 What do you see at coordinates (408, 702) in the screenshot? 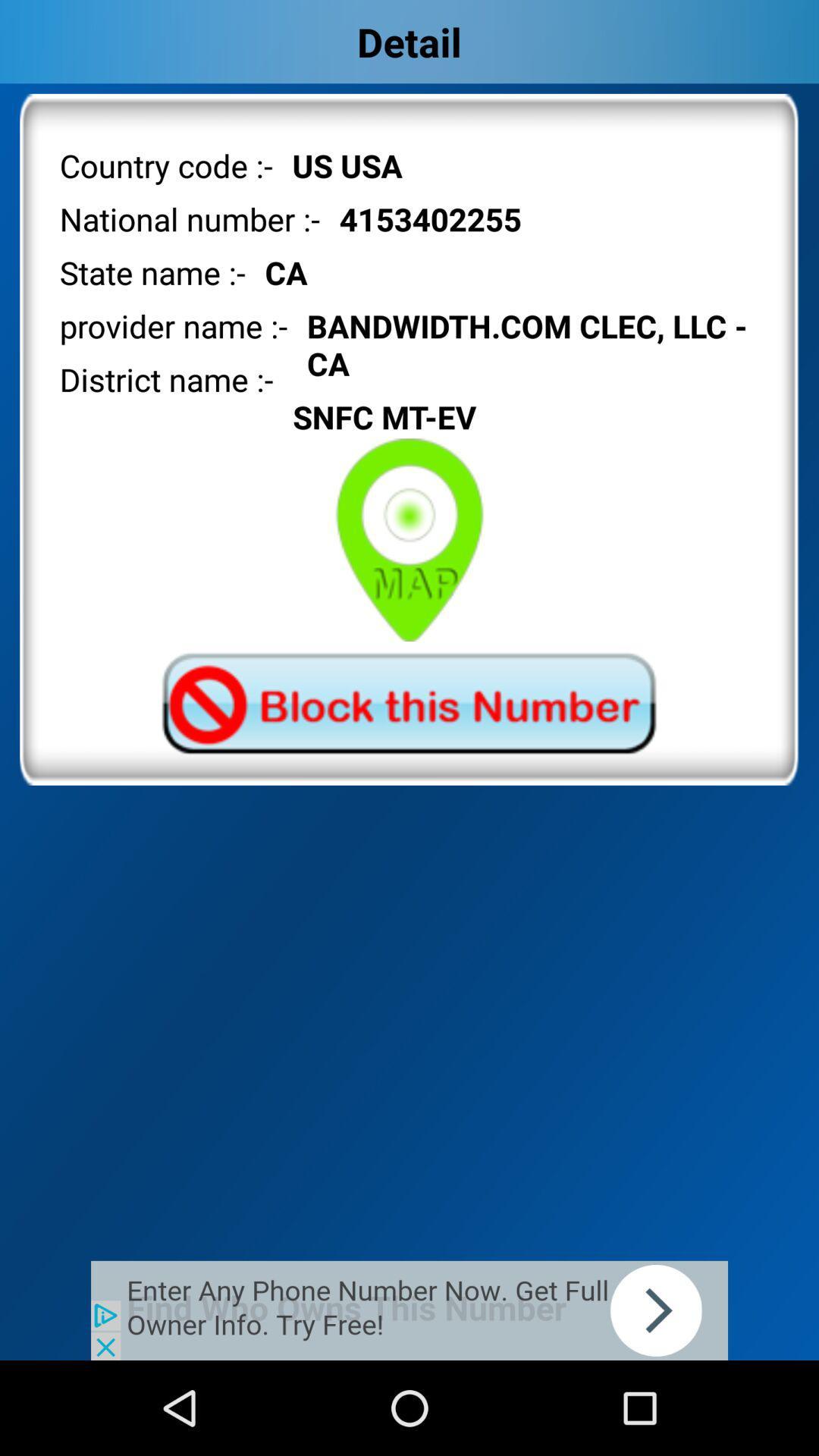
I see `this number` at bounding box center [408, 702].